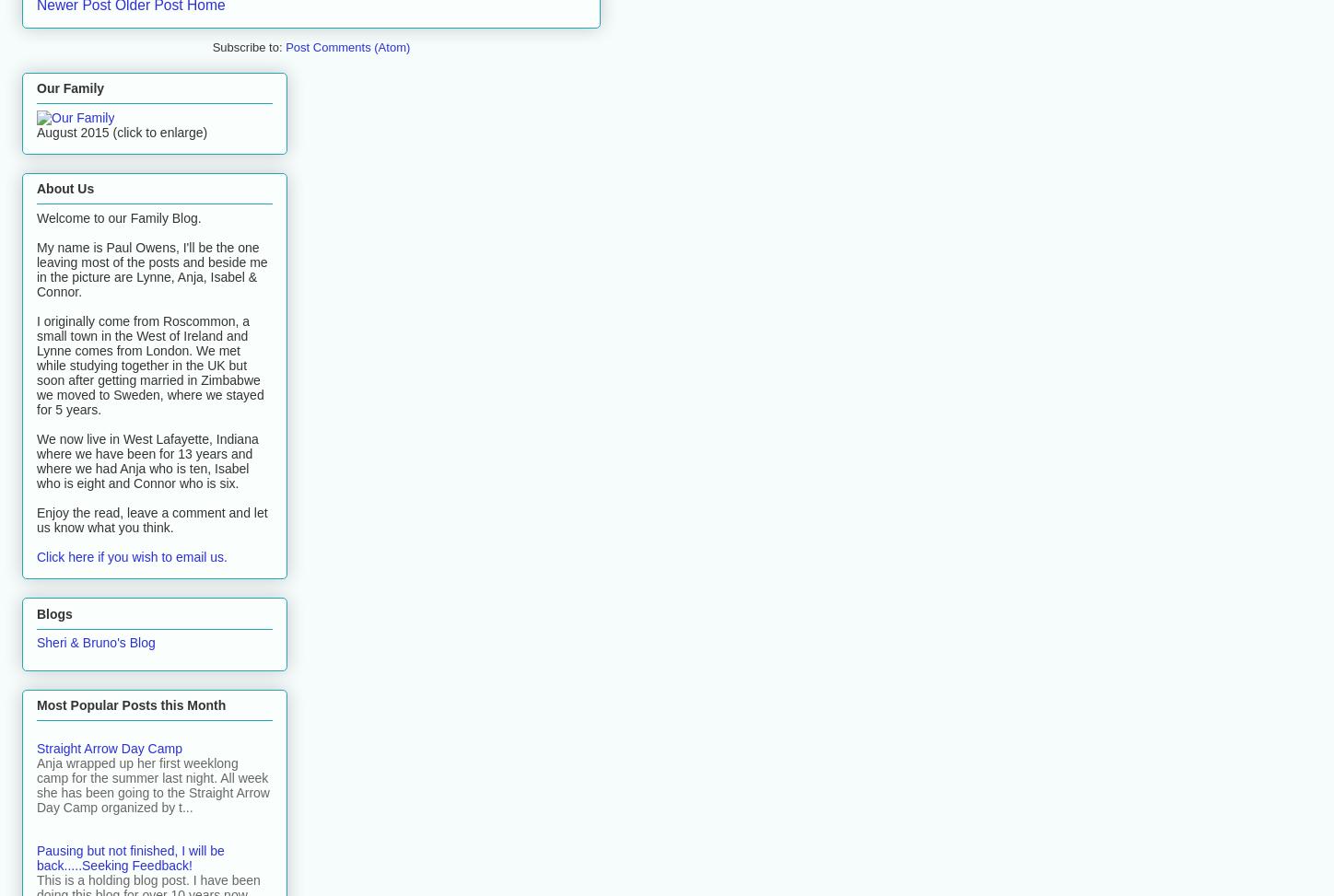 This screenshot has width=1334, height=896. I want to click on 'Blogs', so click(53, 612).